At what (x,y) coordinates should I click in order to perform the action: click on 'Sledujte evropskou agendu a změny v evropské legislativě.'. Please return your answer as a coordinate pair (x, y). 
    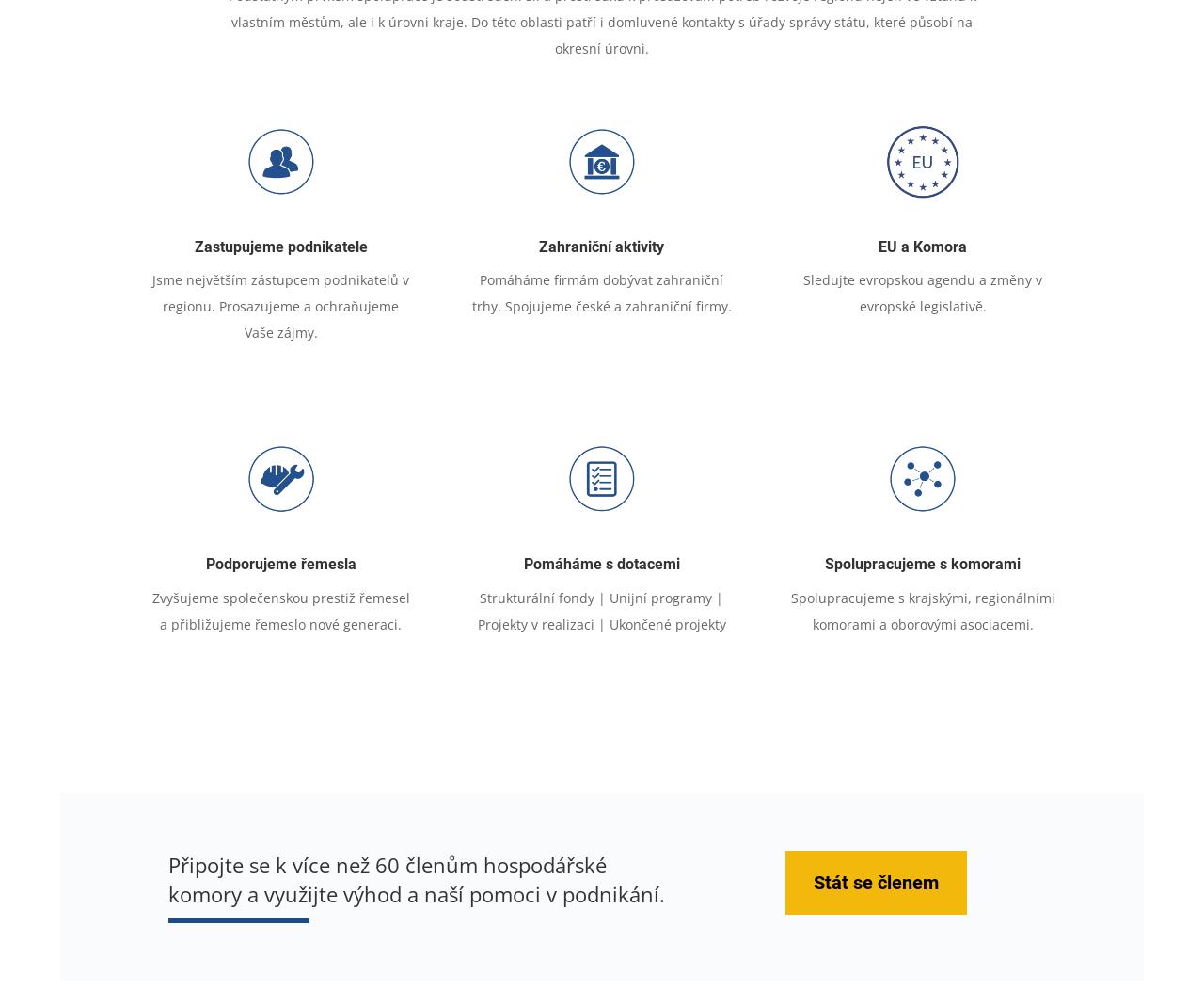
    Looking at the image, I should click on (922, 292).